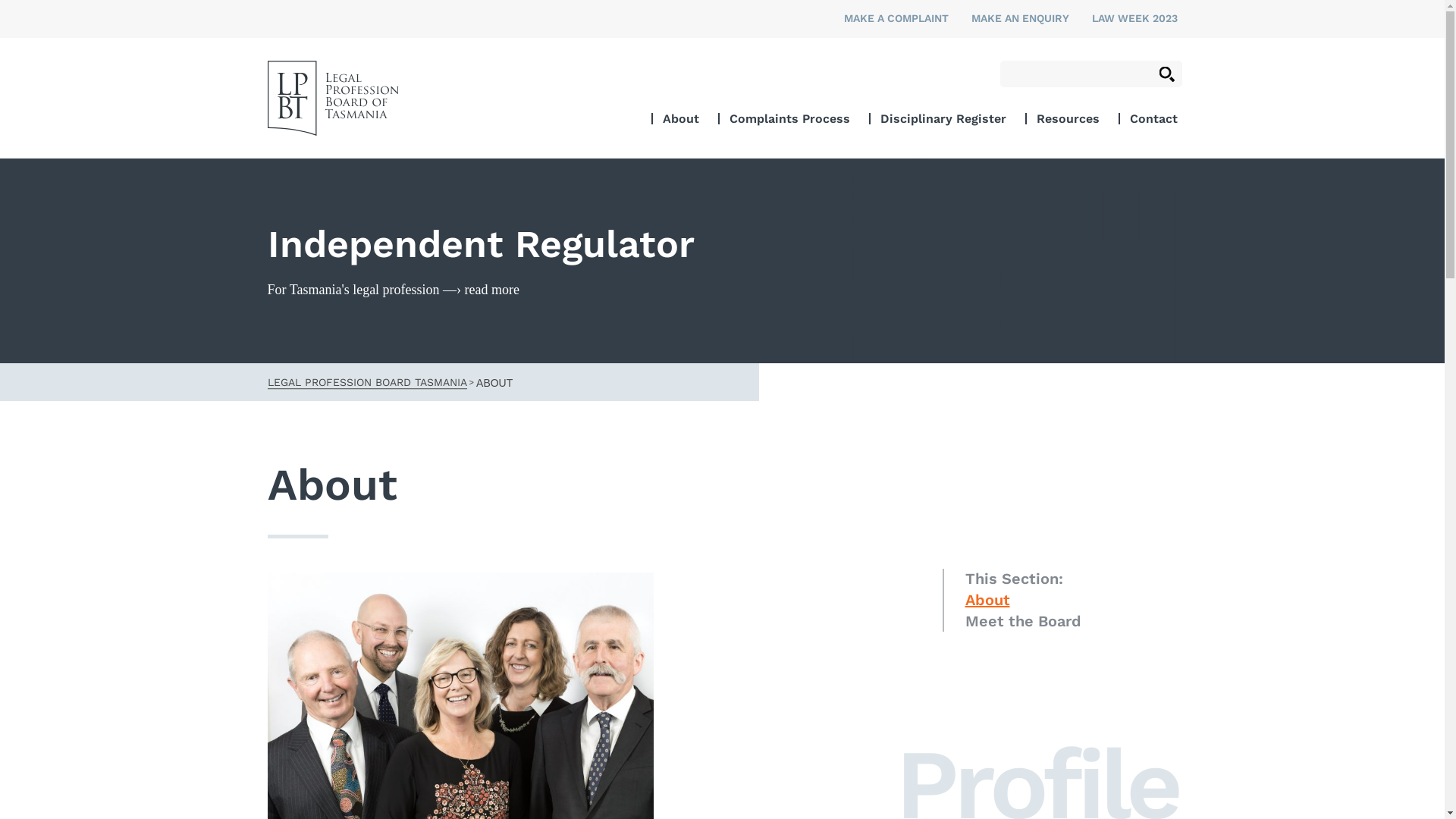 This screenshot has height=819, width=1456. I want to click on 'MAKE A COMPLAINT', so click(895, 17).